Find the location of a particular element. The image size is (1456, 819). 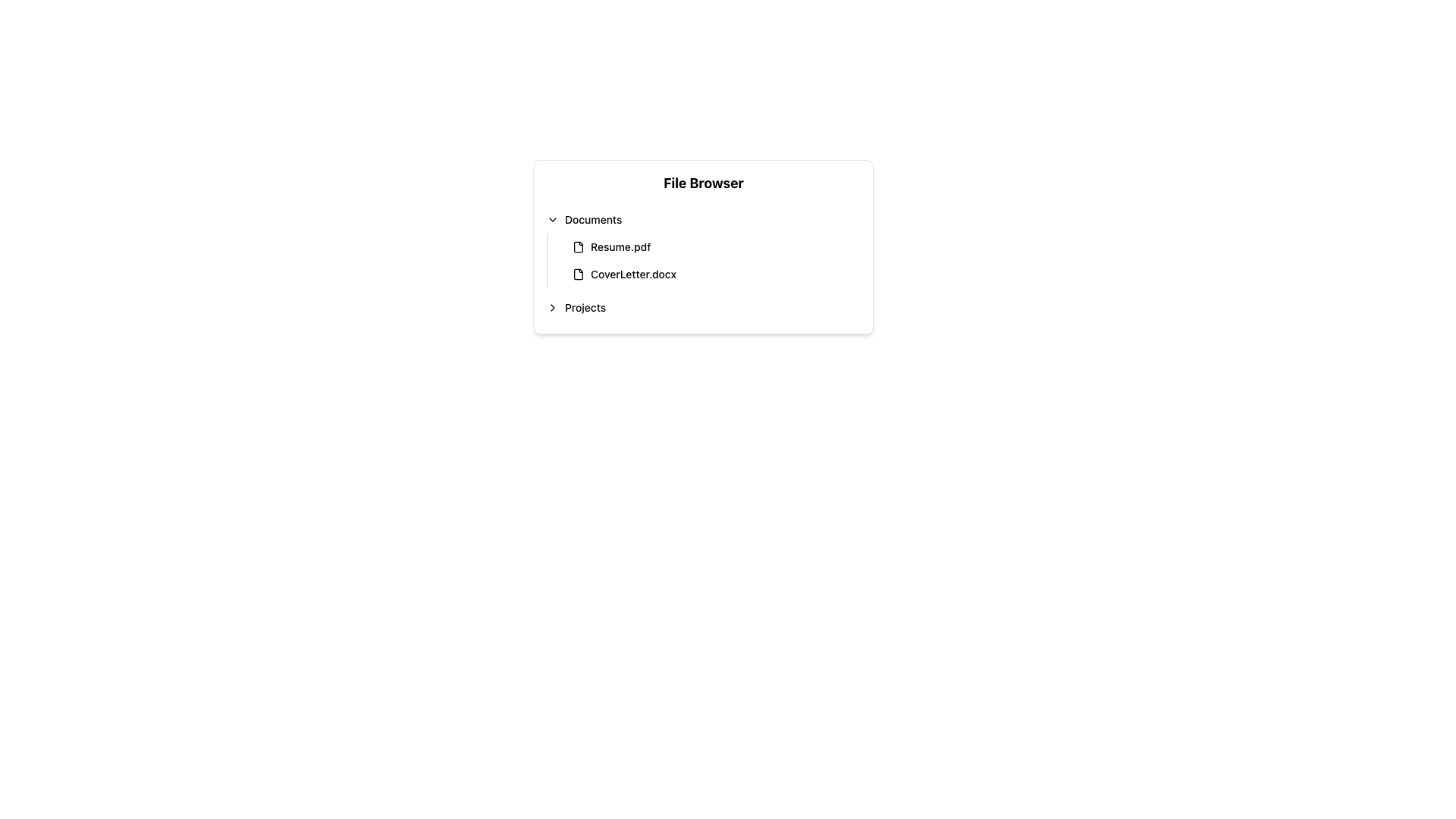

the 'Resume.pdf' file located within the expanded 'Documents' folder in the file browser interface is located at coordinates (702, 249).